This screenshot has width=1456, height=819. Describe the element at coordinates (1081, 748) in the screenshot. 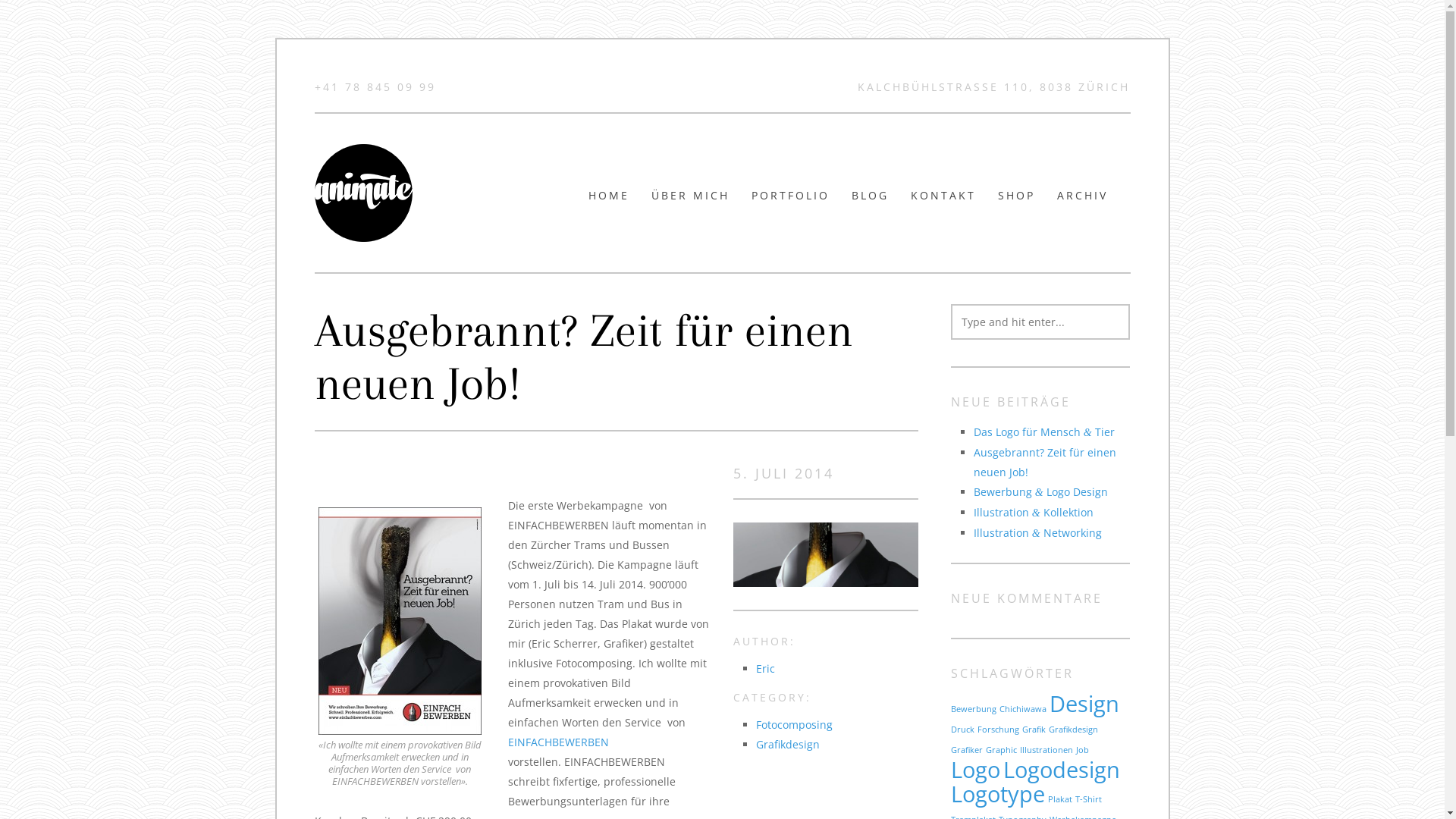

I see `'Job'` at that location.